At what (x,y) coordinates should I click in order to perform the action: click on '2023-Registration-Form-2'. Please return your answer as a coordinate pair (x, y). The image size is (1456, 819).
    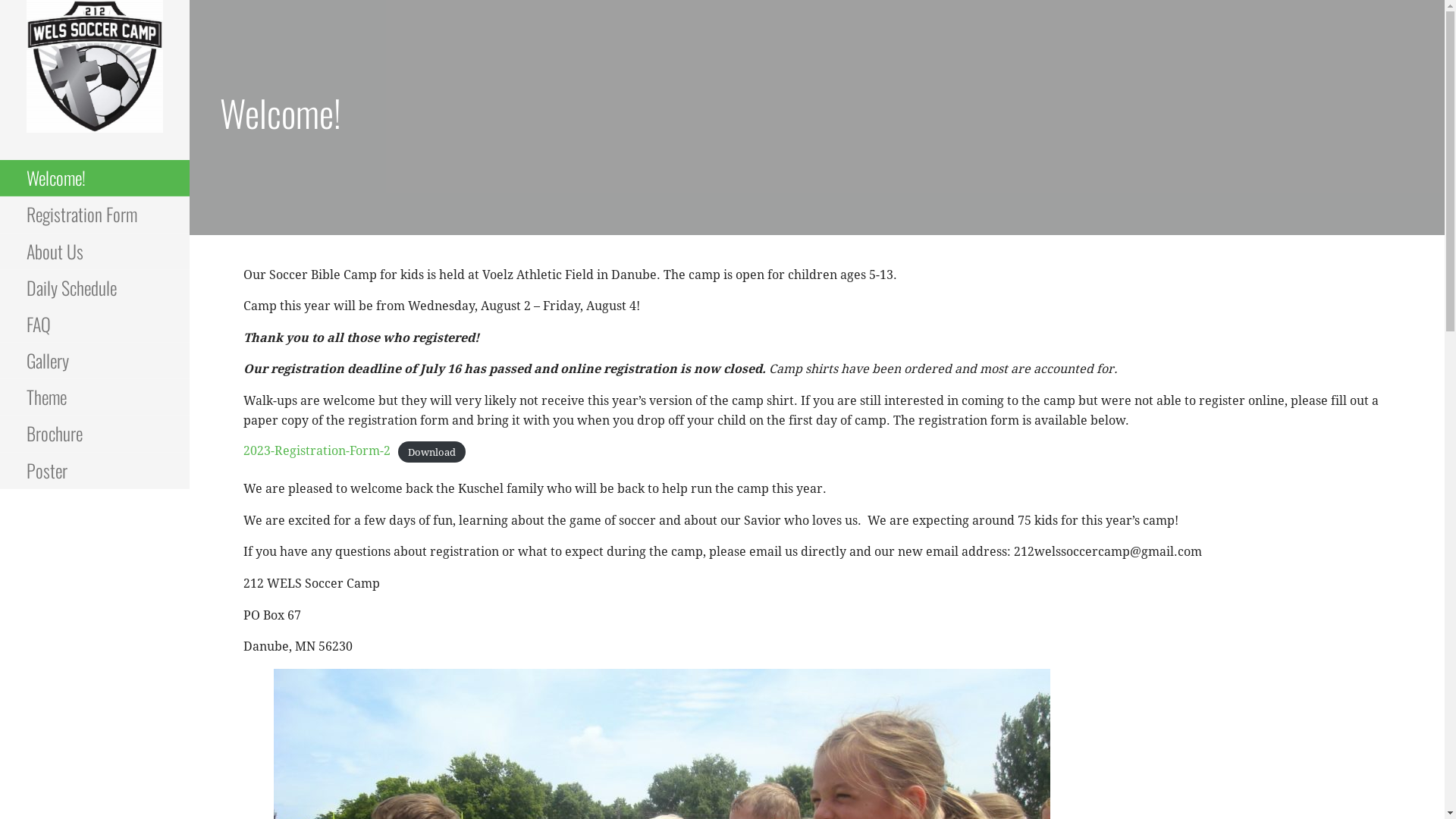
    Looking at the image, I should click on (243, 450).